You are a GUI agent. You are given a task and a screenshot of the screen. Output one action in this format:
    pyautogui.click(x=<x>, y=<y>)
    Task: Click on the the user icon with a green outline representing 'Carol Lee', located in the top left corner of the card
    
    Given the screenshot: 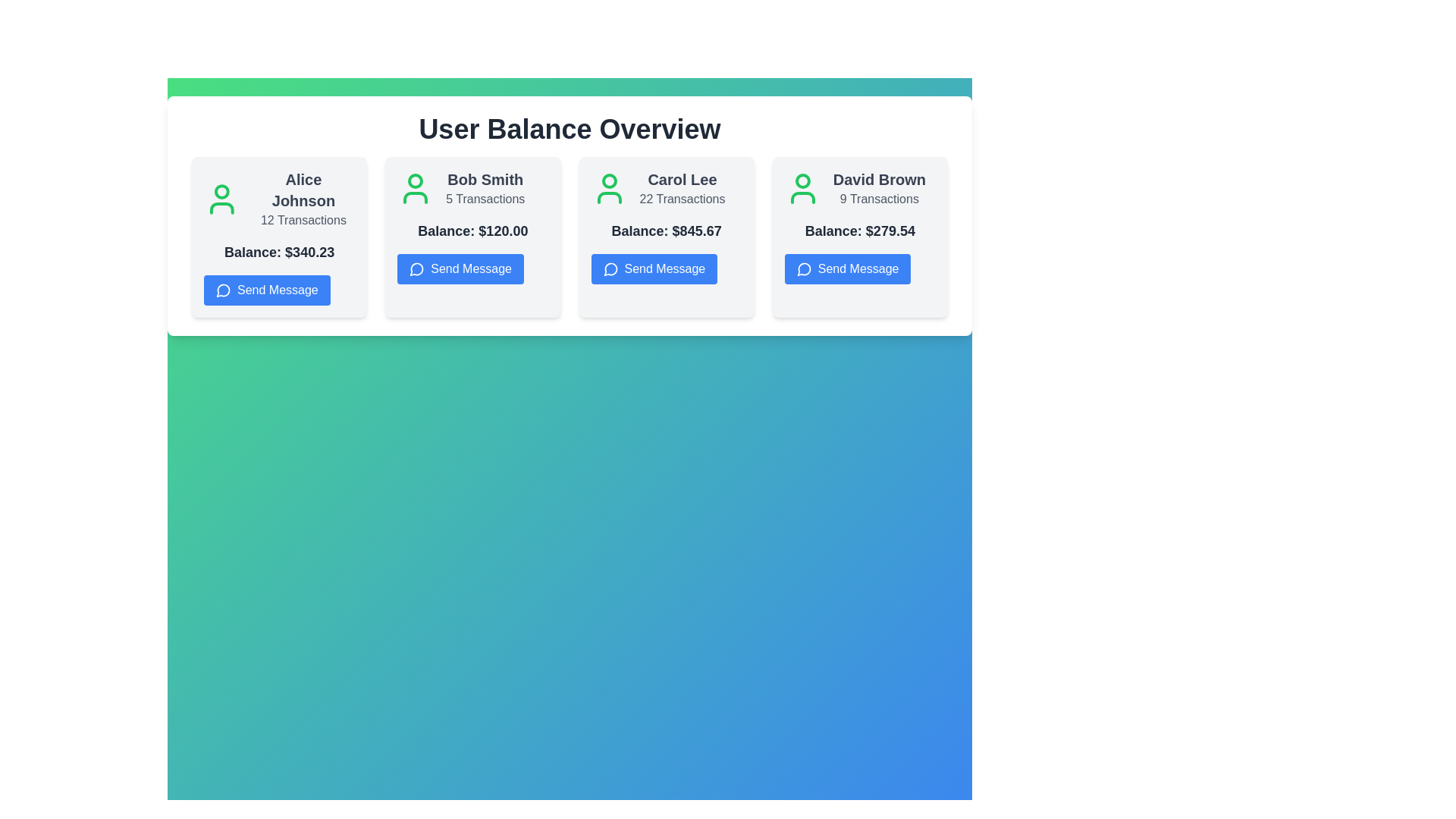 What is the action you would take?
    pyautogui.click(x=609, y=188)
    